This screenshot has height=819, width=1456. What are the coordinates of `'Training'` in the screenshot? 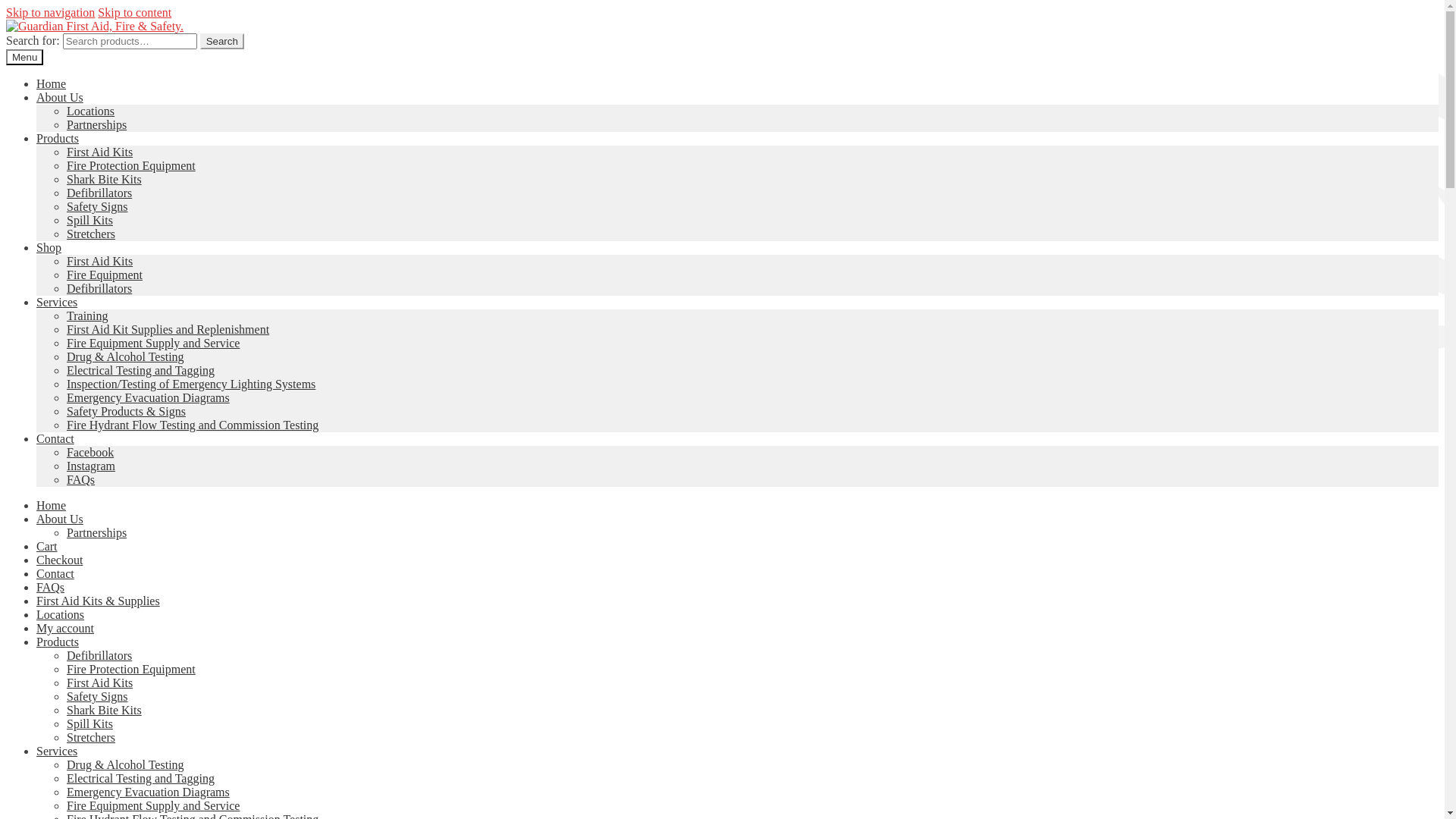 It's located at (86, 315).